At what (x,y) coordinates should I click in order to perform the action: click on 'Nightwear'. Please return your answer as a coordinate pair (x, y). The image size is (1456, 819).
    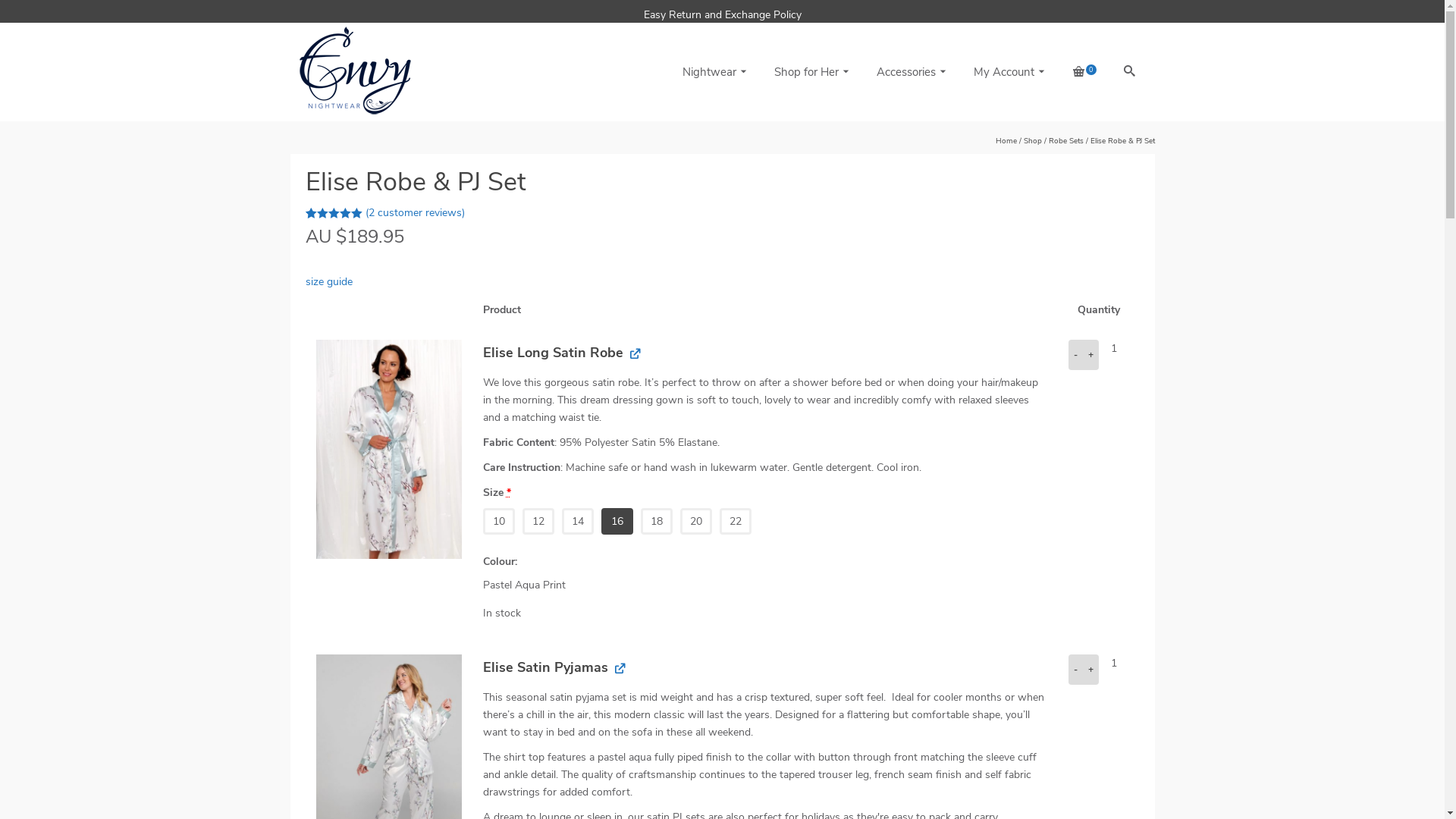
    Looking at the image, I should click on (667, 72).